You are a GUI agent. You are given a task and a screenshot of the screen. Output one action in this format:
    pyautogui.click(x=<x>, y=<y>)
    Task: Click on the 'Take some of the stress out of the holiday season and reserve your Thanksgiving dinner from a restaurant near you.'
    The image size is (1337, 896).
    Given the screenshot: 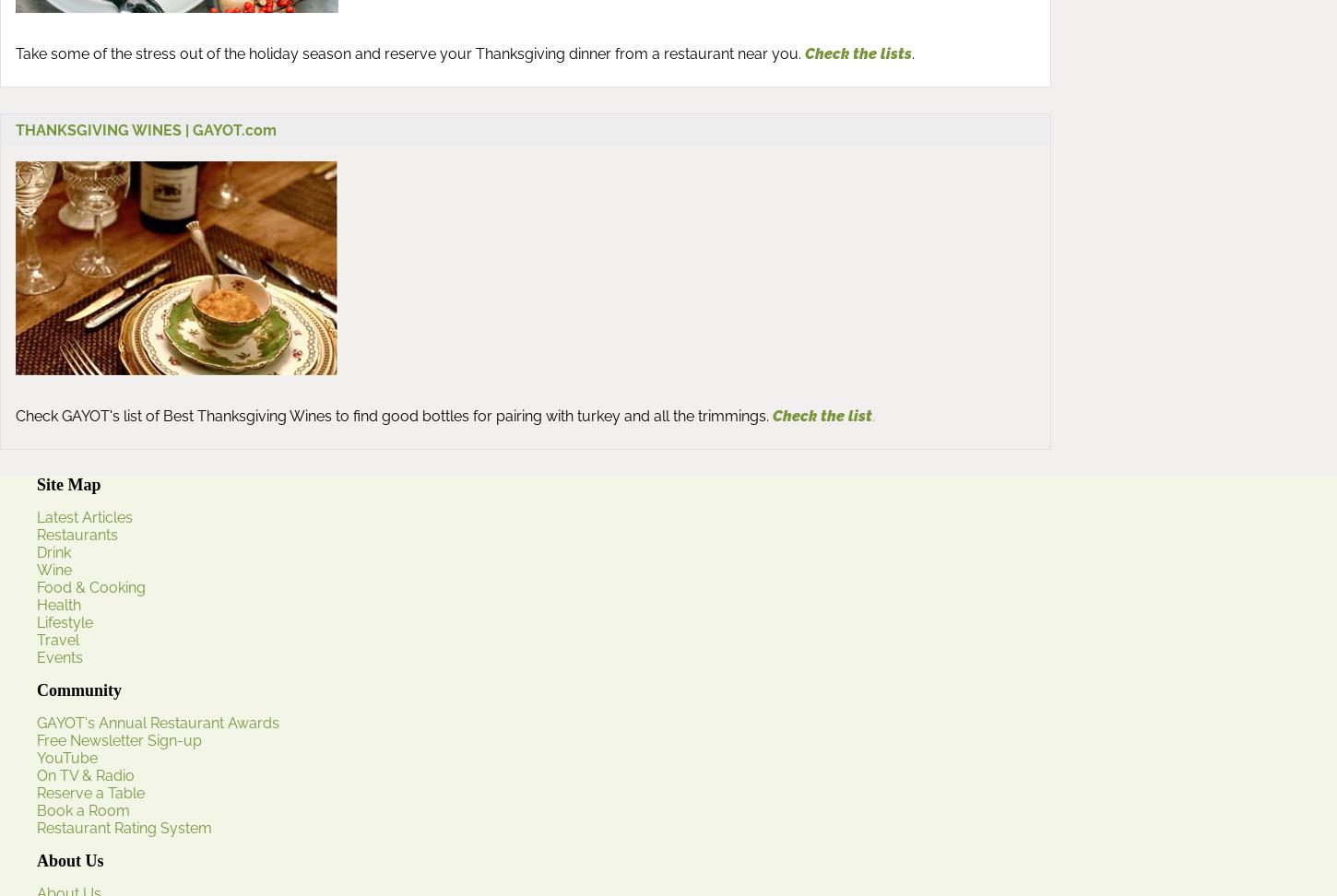 What is the action you would take?
    pyautogui.click(x=407, y=53)
    